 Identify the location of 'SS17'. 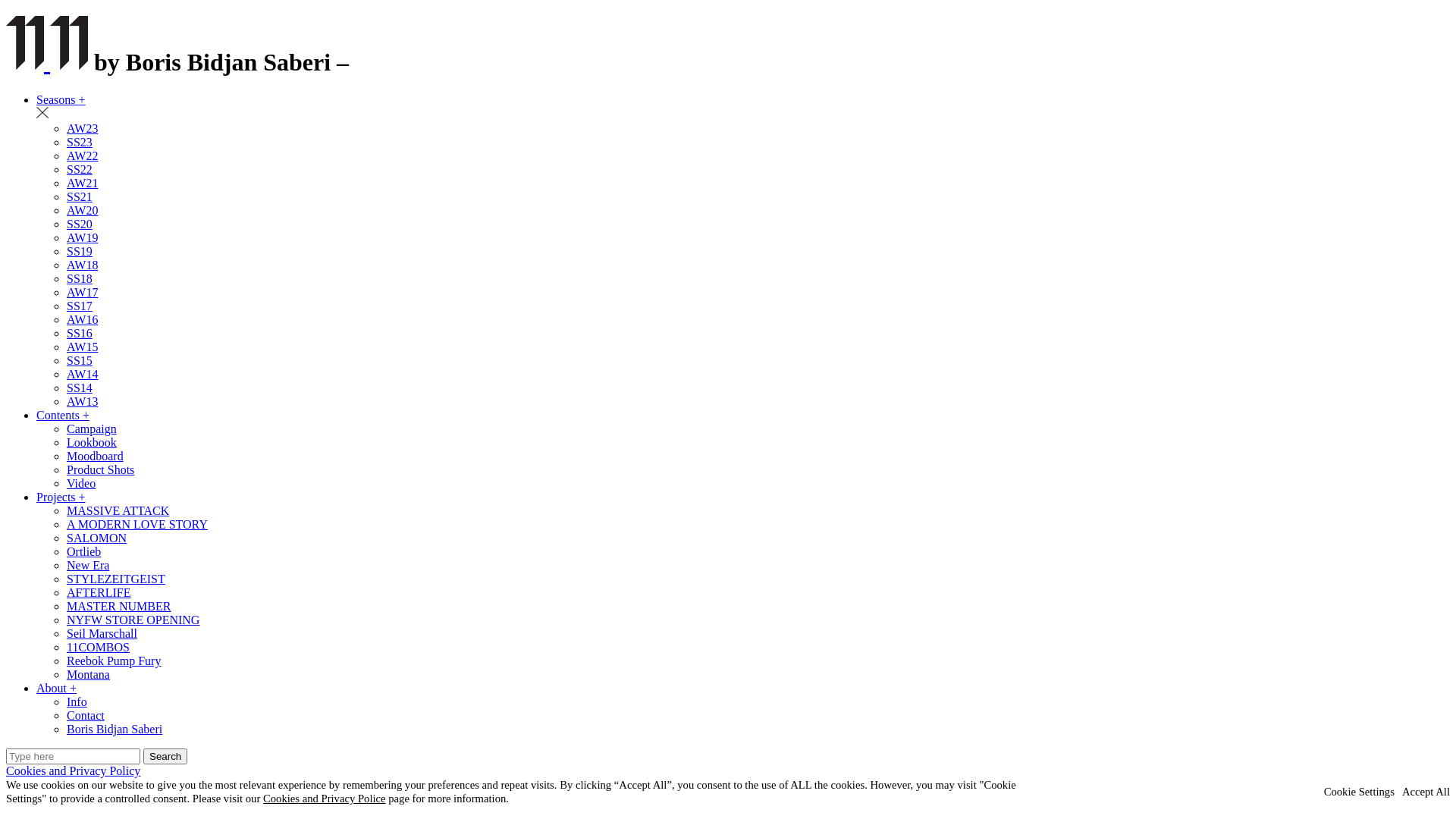
(79, 306).